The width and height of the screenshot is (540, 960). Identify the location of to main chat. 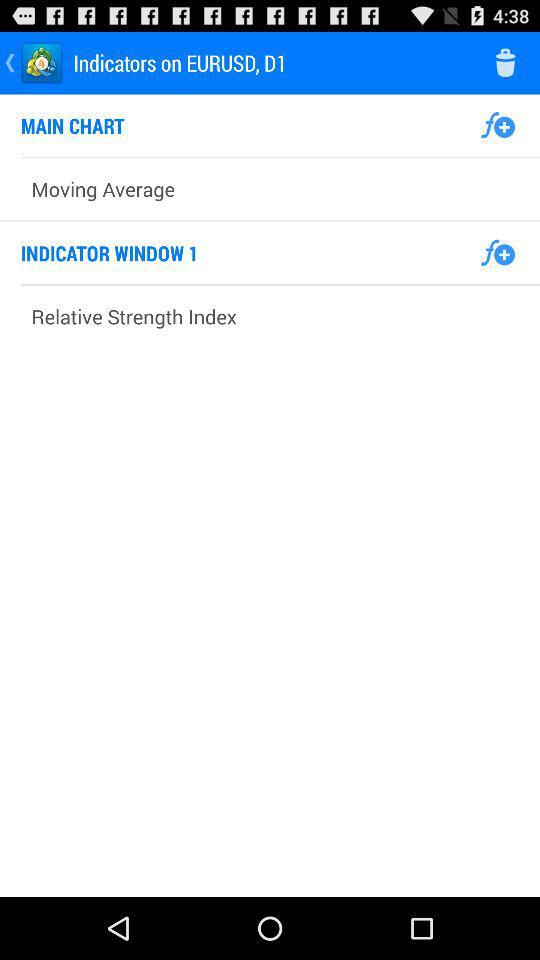
(496, 124).